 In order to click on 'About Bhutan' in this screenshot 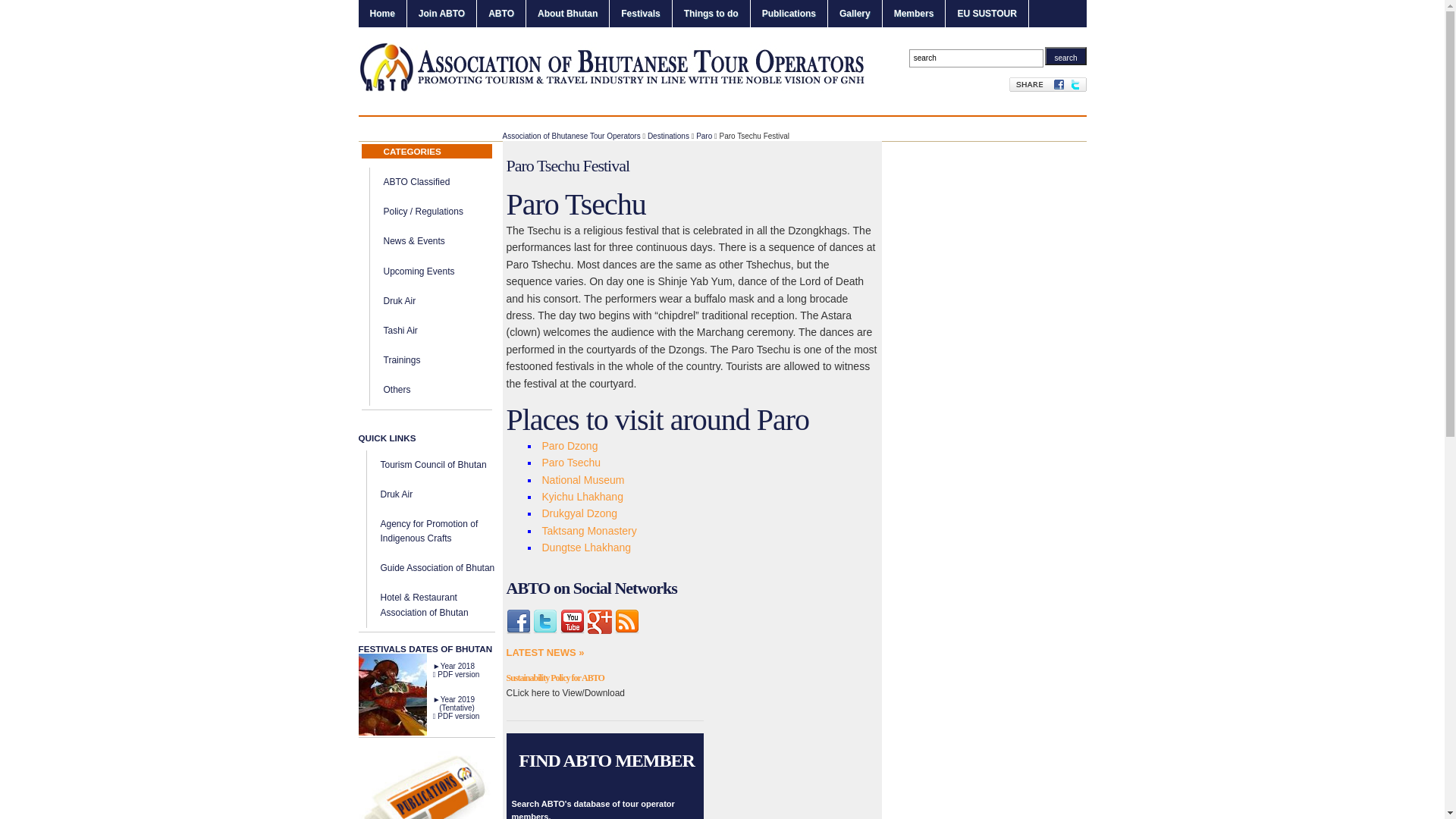, I will do `click(566, 14)`.